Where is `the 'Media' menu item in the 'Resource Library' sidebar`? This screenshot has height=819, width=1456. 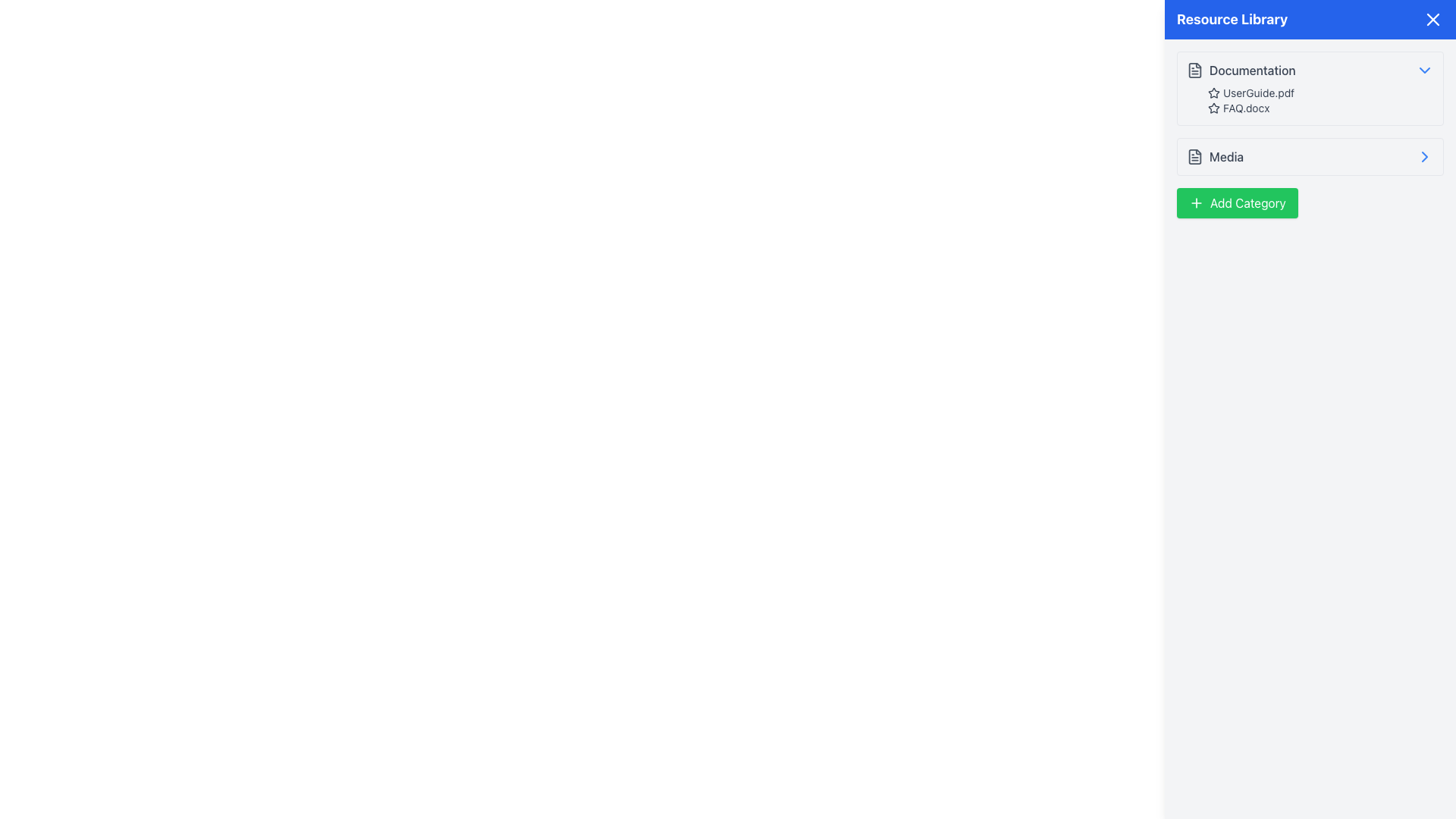 the 'Media' menu item in the 'Resource Library' sidebar is located at coordinates (1215, 157).